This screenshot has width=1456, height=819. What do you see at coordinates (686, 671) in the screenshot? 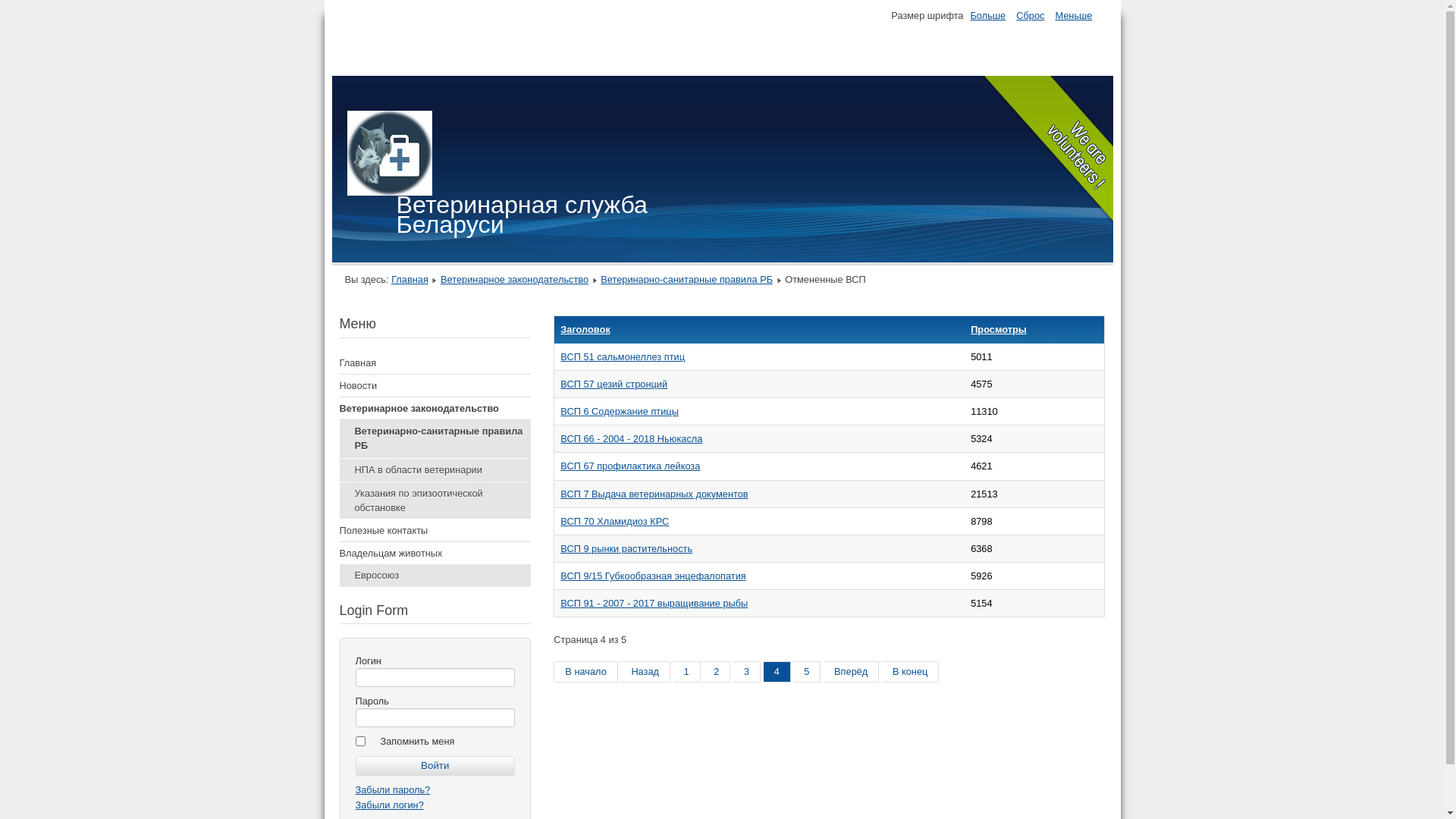
I see `'1'` at bounding box center [686, 671].